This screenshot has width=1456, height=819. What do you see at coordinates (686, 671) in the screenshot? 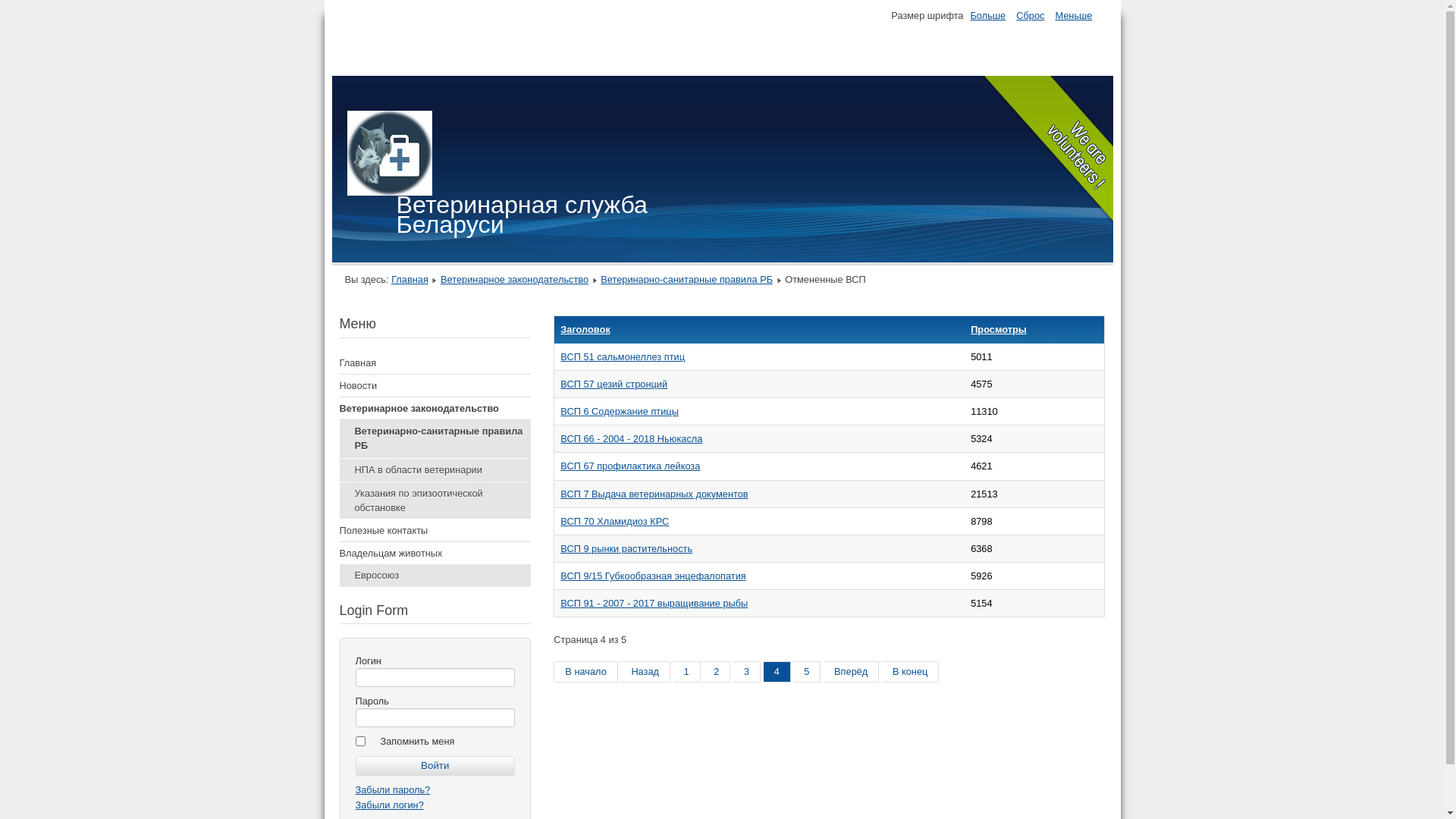
I see `'1'` at bounding box center [686, 671].